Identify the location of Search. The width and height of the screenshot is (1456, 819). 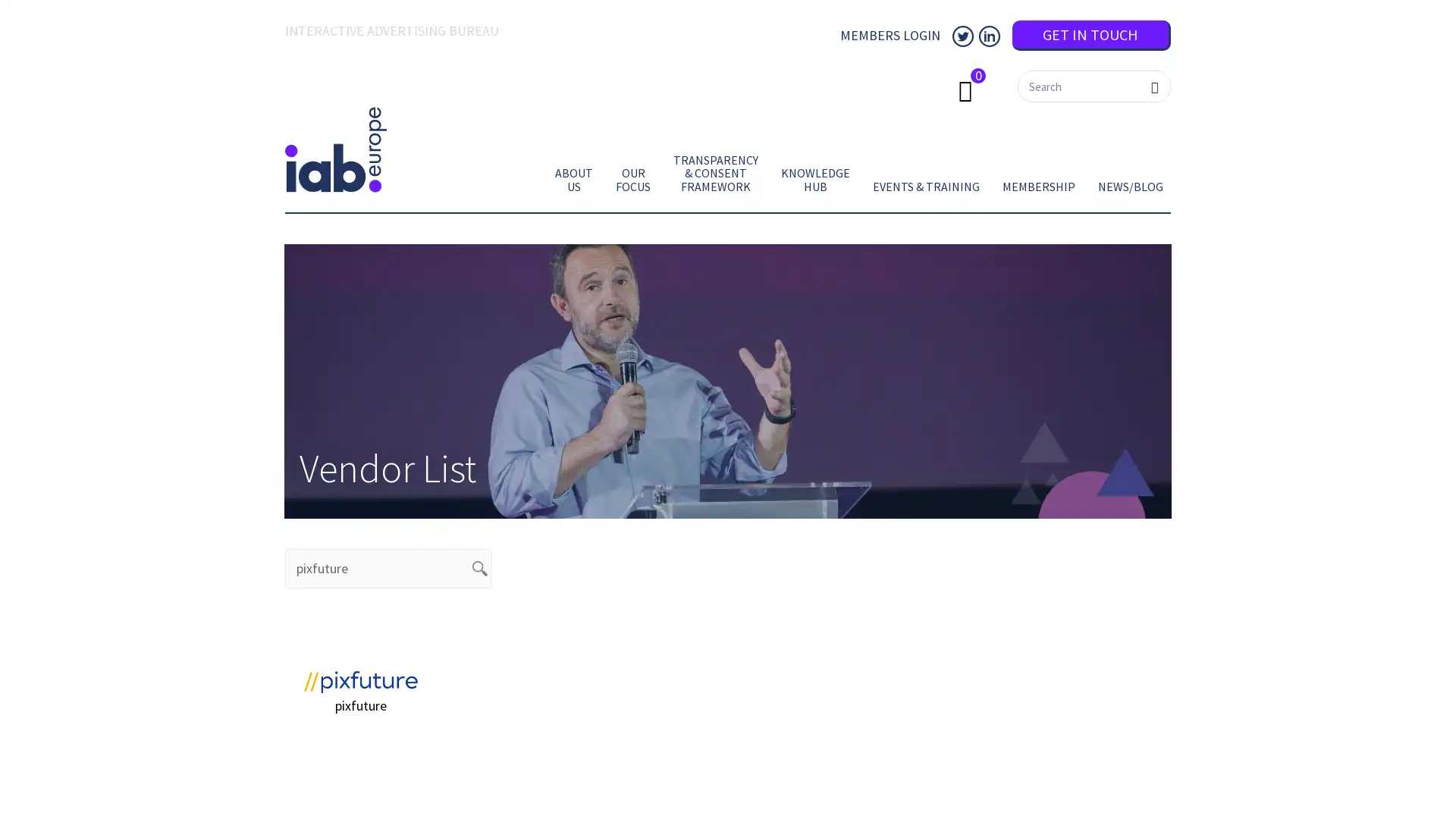
(1153, 86).